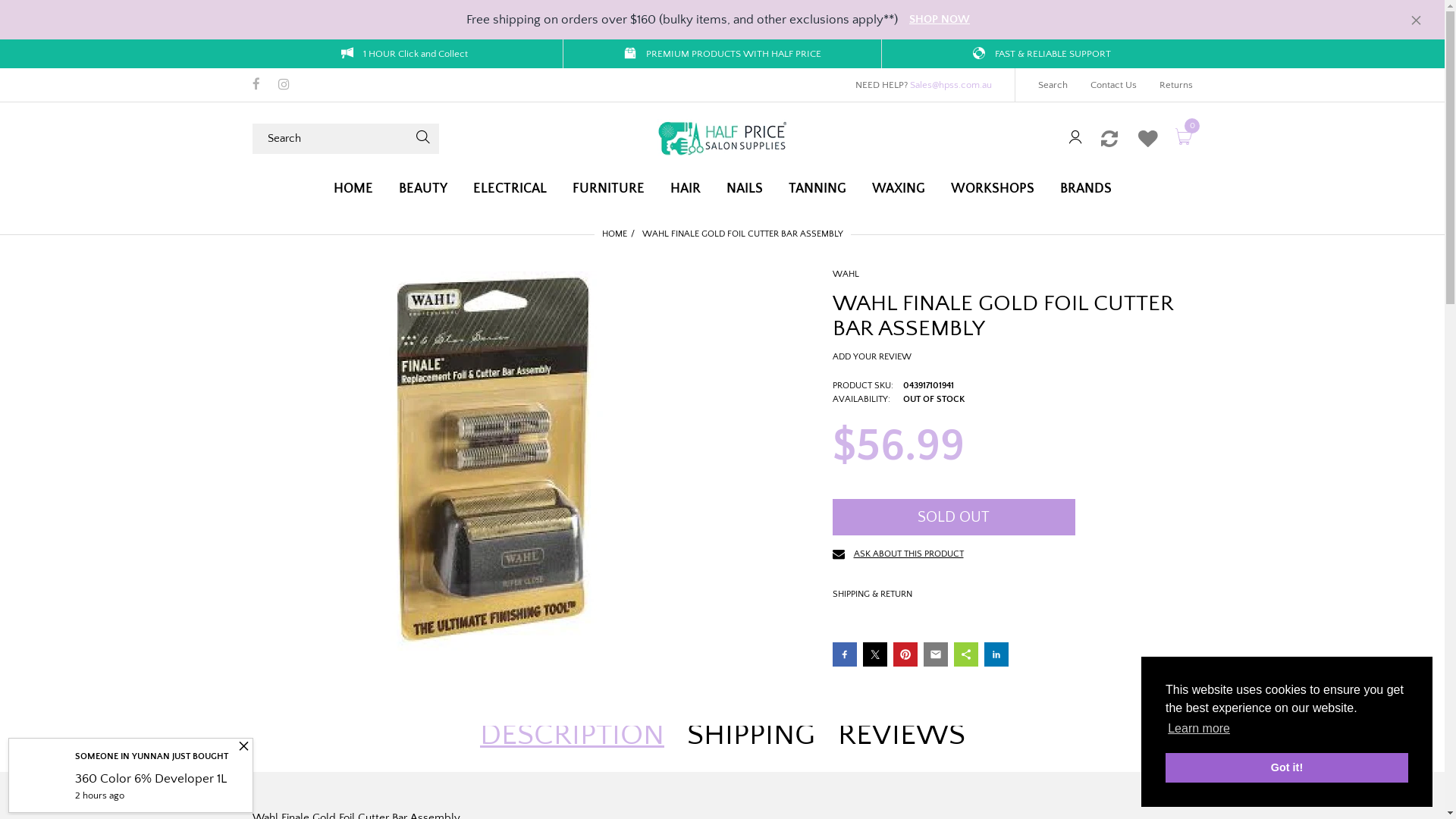  I want to click on 'WAHL', so click(845, 274).